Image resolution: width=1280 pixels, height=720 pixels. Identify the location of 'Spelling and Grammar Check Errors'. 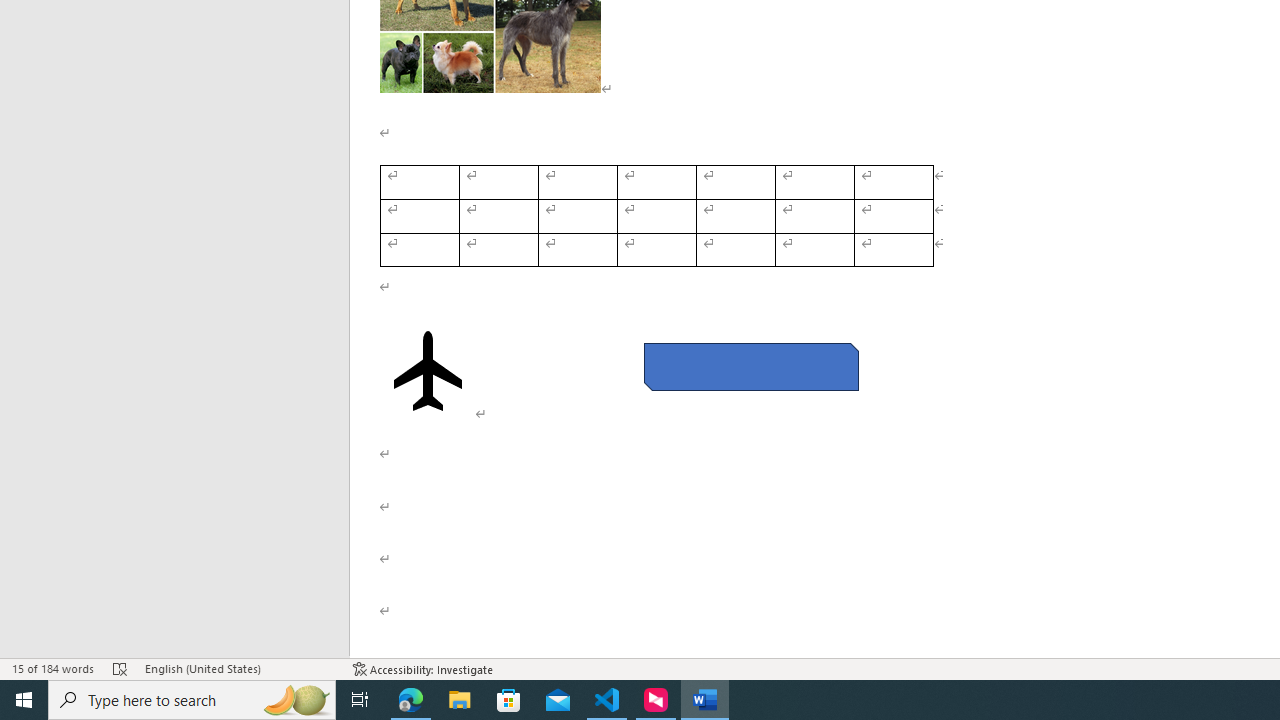
(119, 669).